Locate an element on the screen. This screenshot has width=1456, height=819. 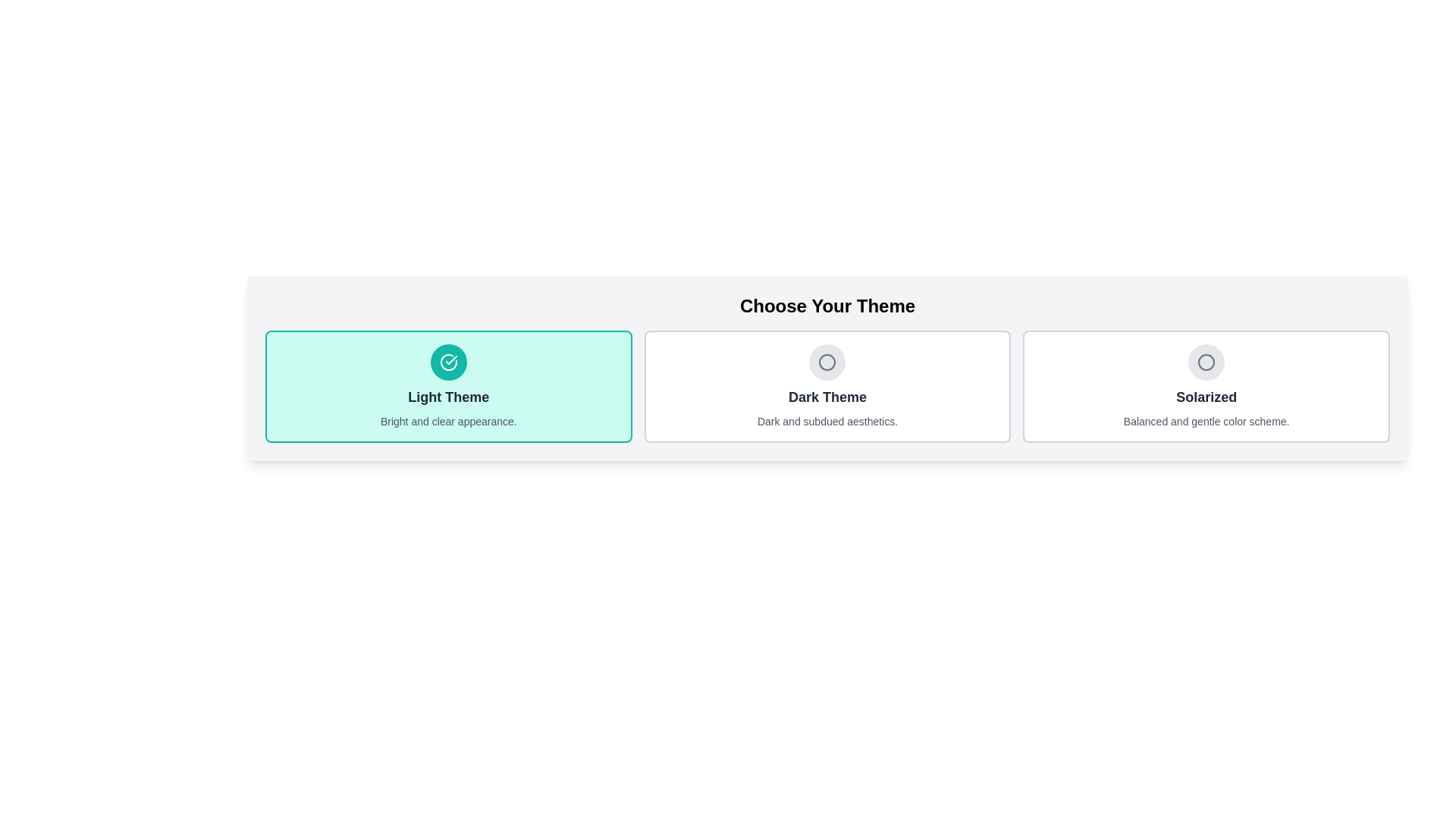
the circular icon with a checkmark inside, which is styled with a teal background is located at coordinates (447, 362).